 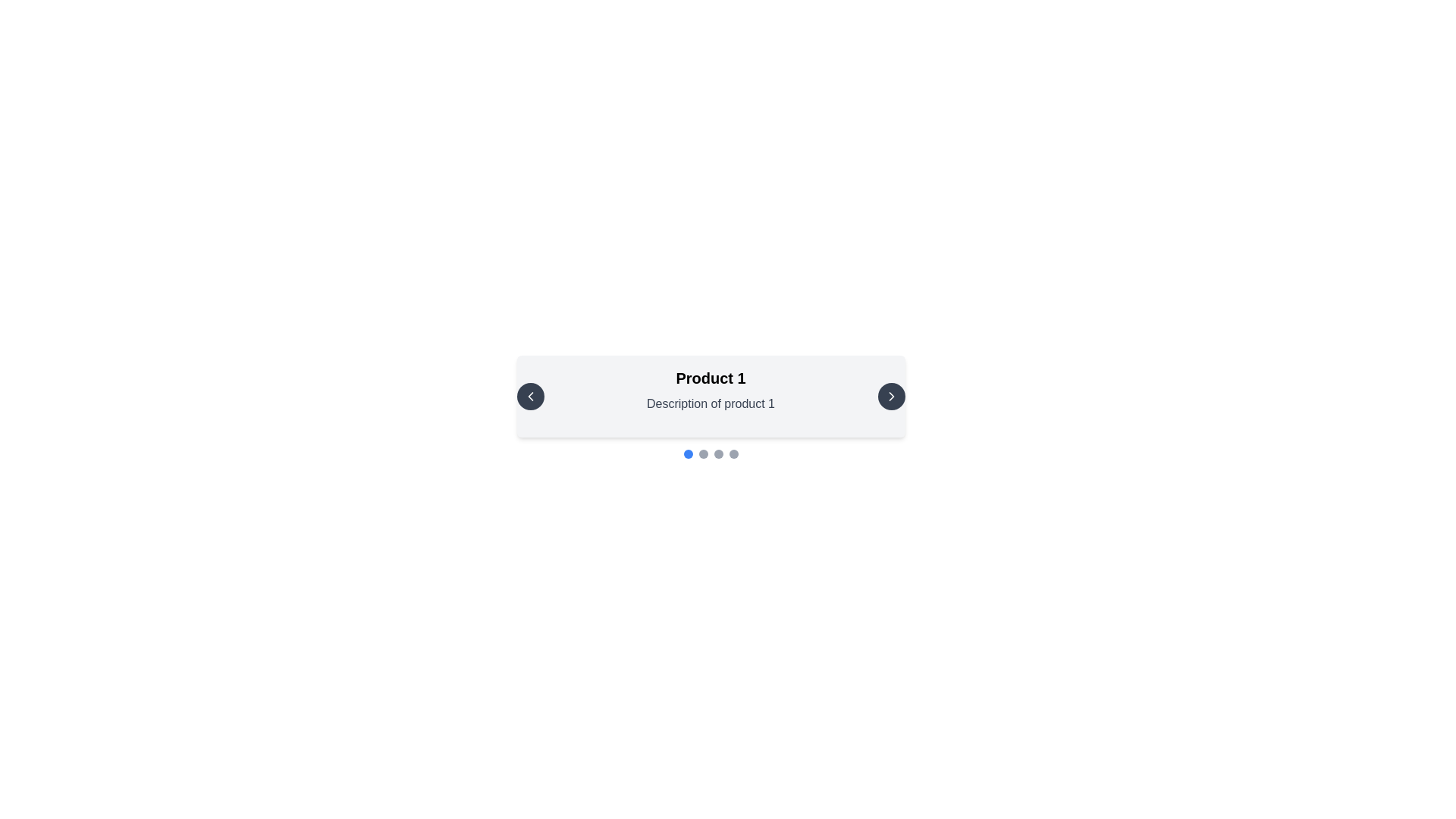 What do you see at coordinates (530, 396) in the screenshot?
I see `the Chevron Arrow icon located within a circular button on the left side of the rectangular card displaying 'Product 1' for visual feedback` at bounding box center [530, 396].